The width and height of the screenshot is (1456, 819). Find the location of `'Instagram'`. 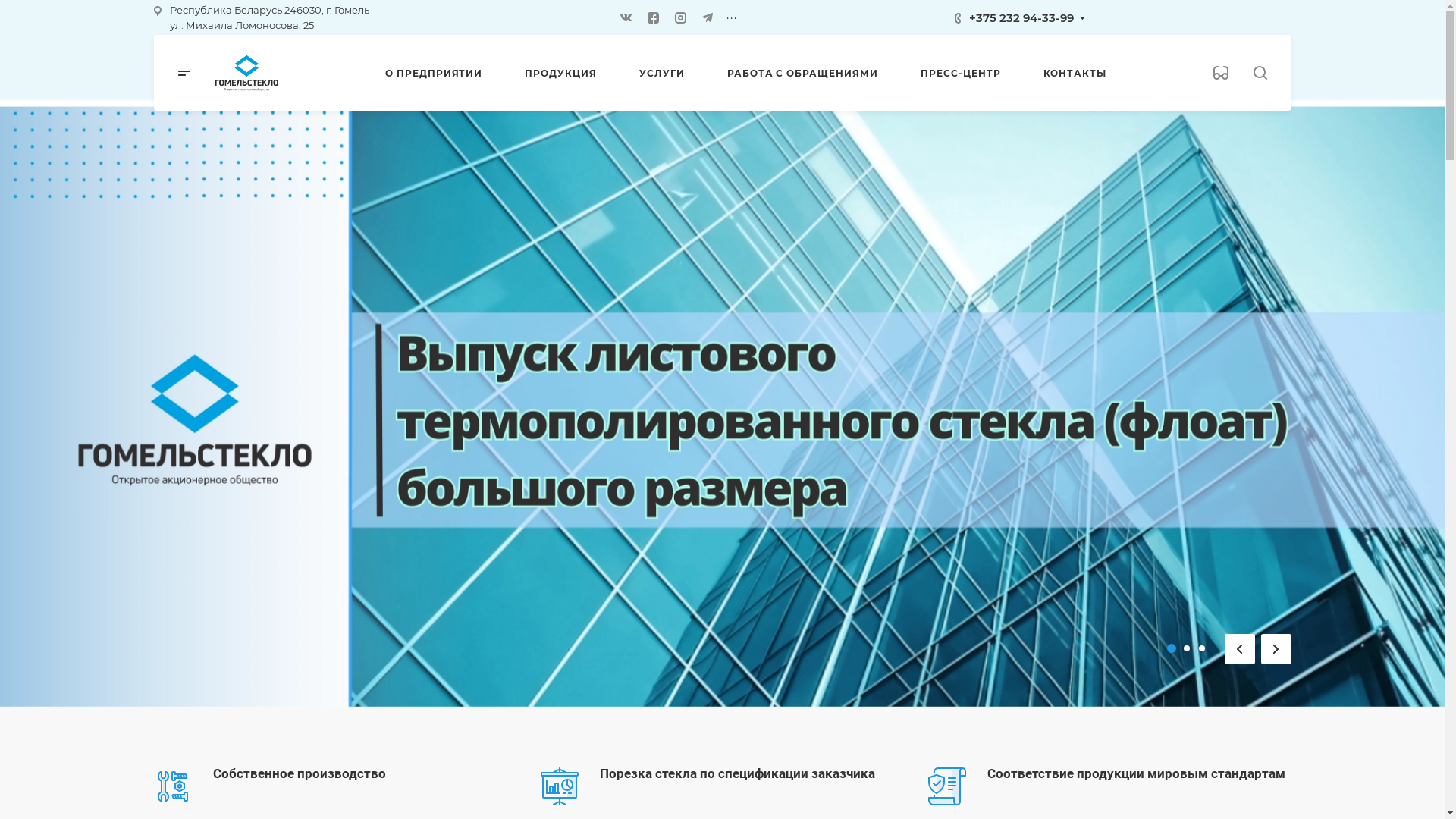

'Instagram' is located at coordinates (679, 17).